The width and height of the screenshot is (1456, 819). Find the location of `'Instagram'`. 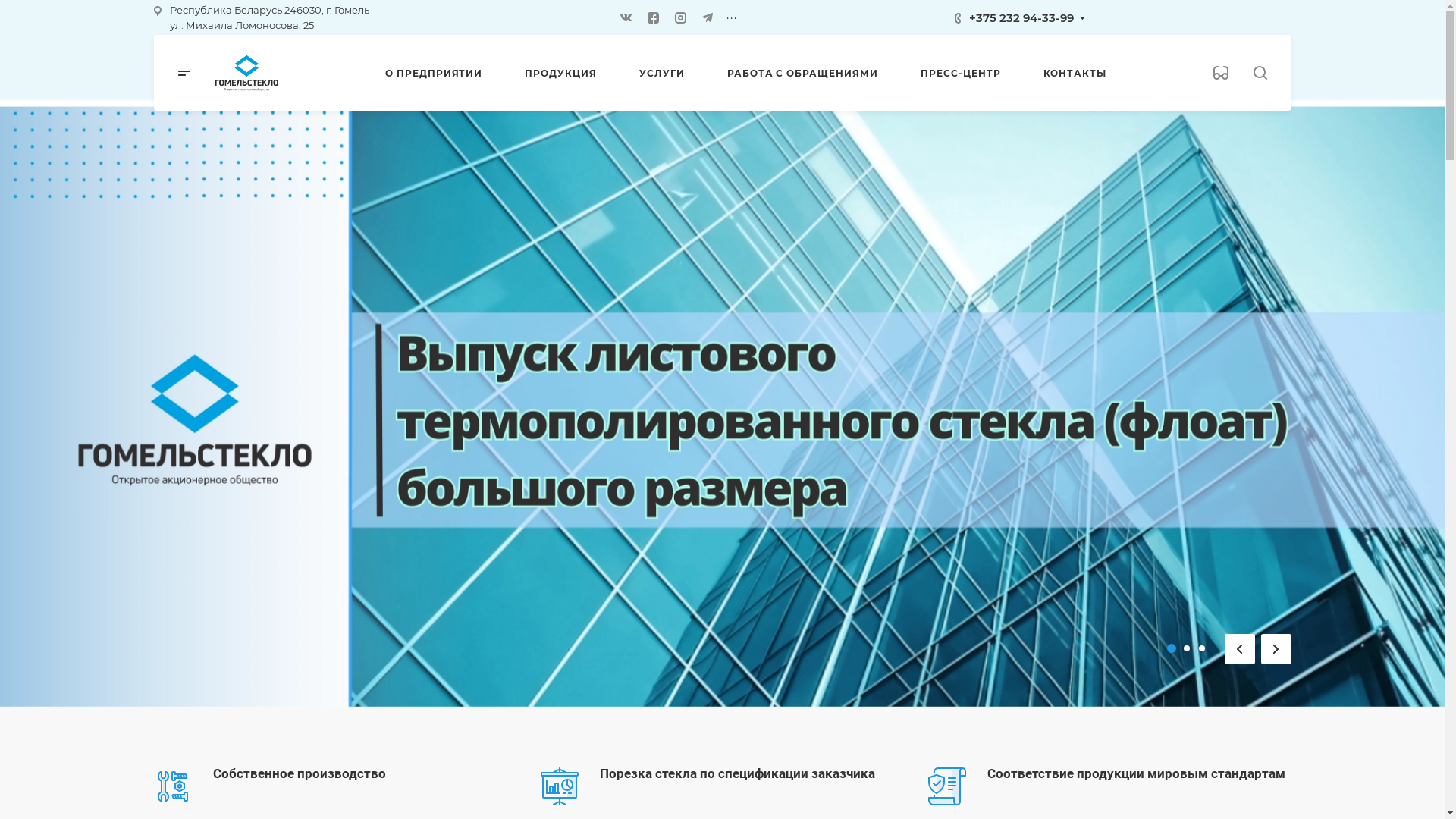

'Instagram' is located at coordinates (679, 17).